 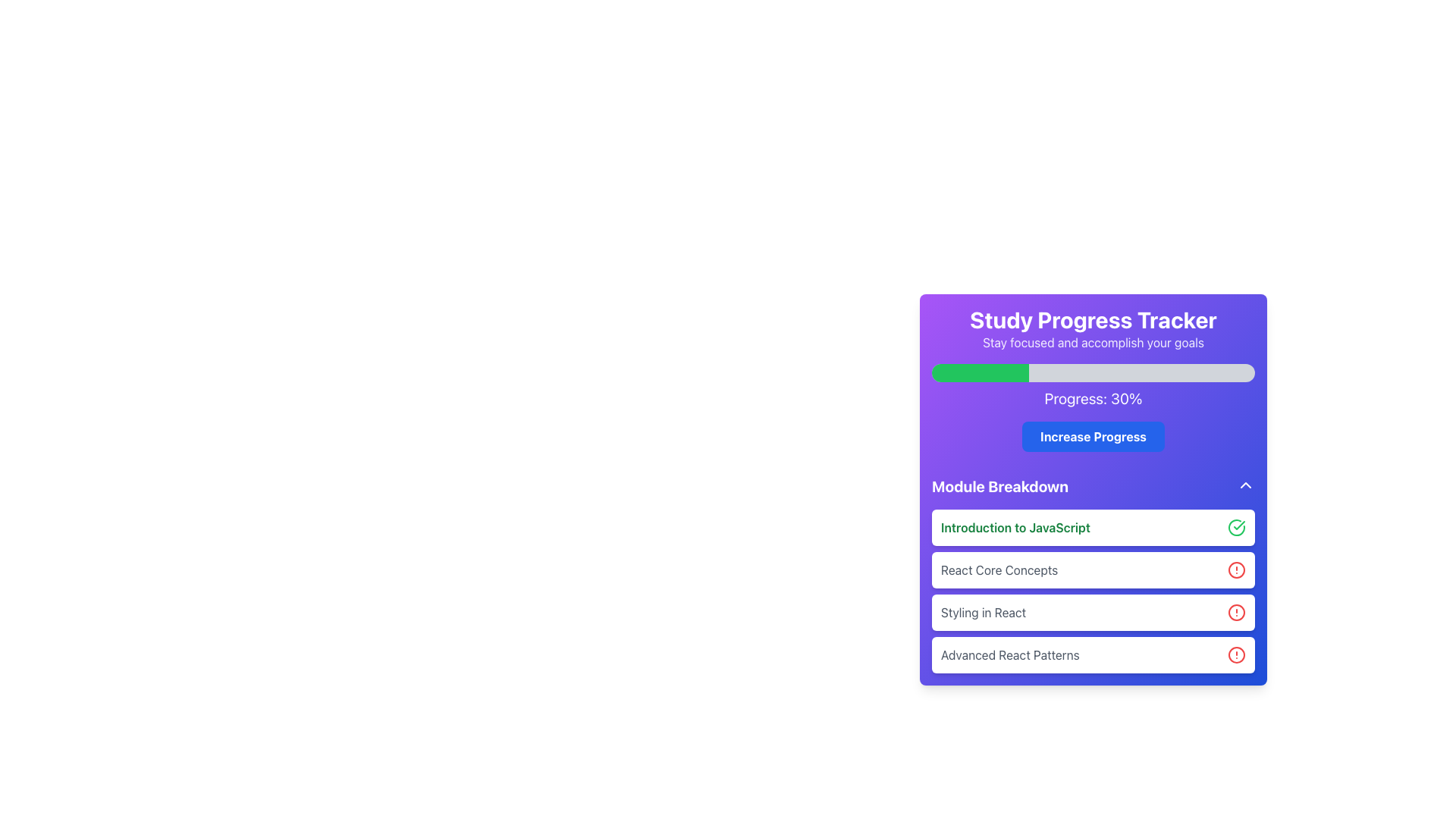 I want to click on to select the module titled 'React Core Concepts', which is the second item in the Module Breakdown list, located below 'Introduction to JavaScript' and above 'Styling in React', so click(x=1093, y=570).